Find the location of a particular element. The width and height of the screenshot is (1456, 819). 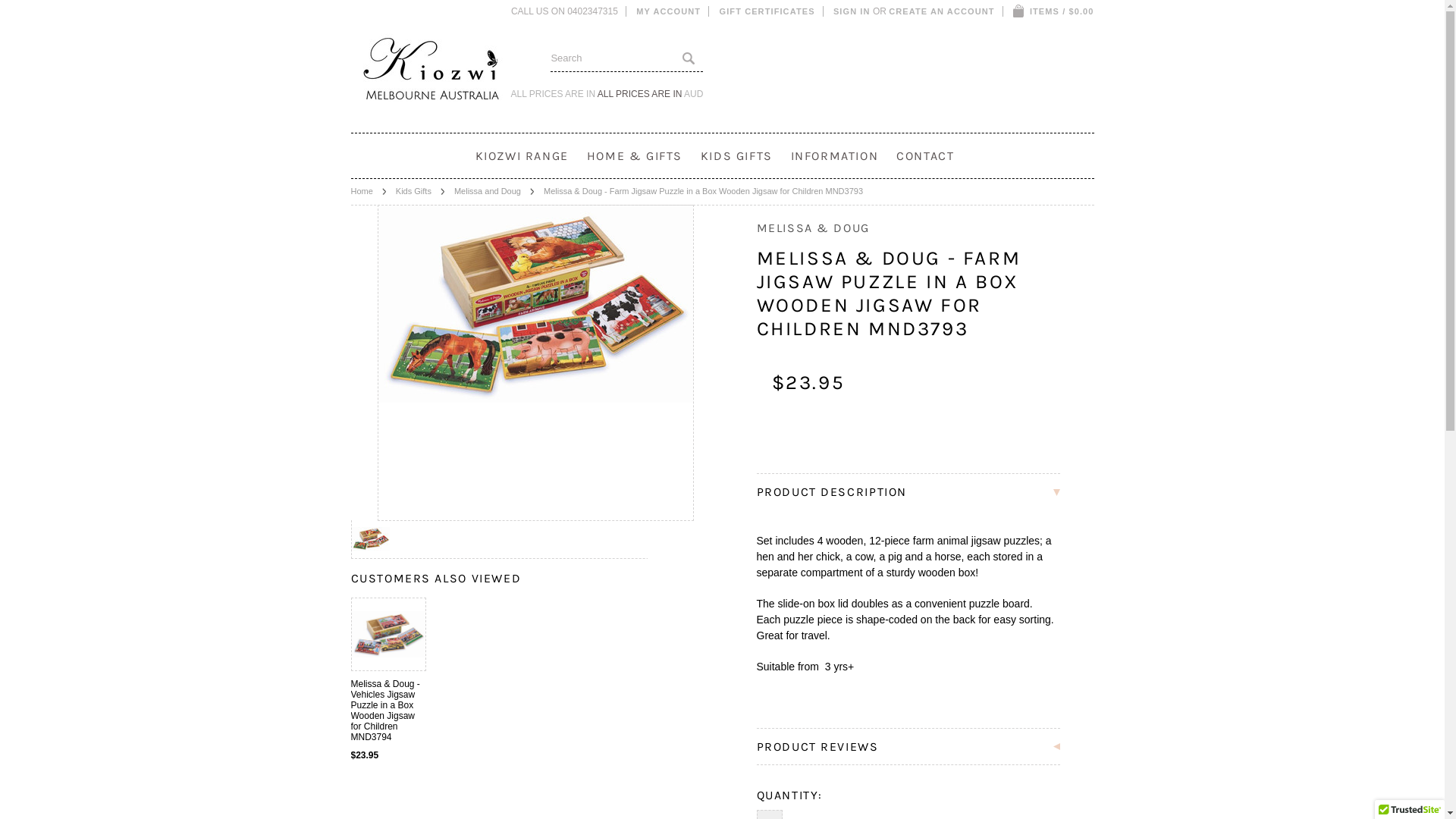

'Search' is located at coordinates (687, 57).